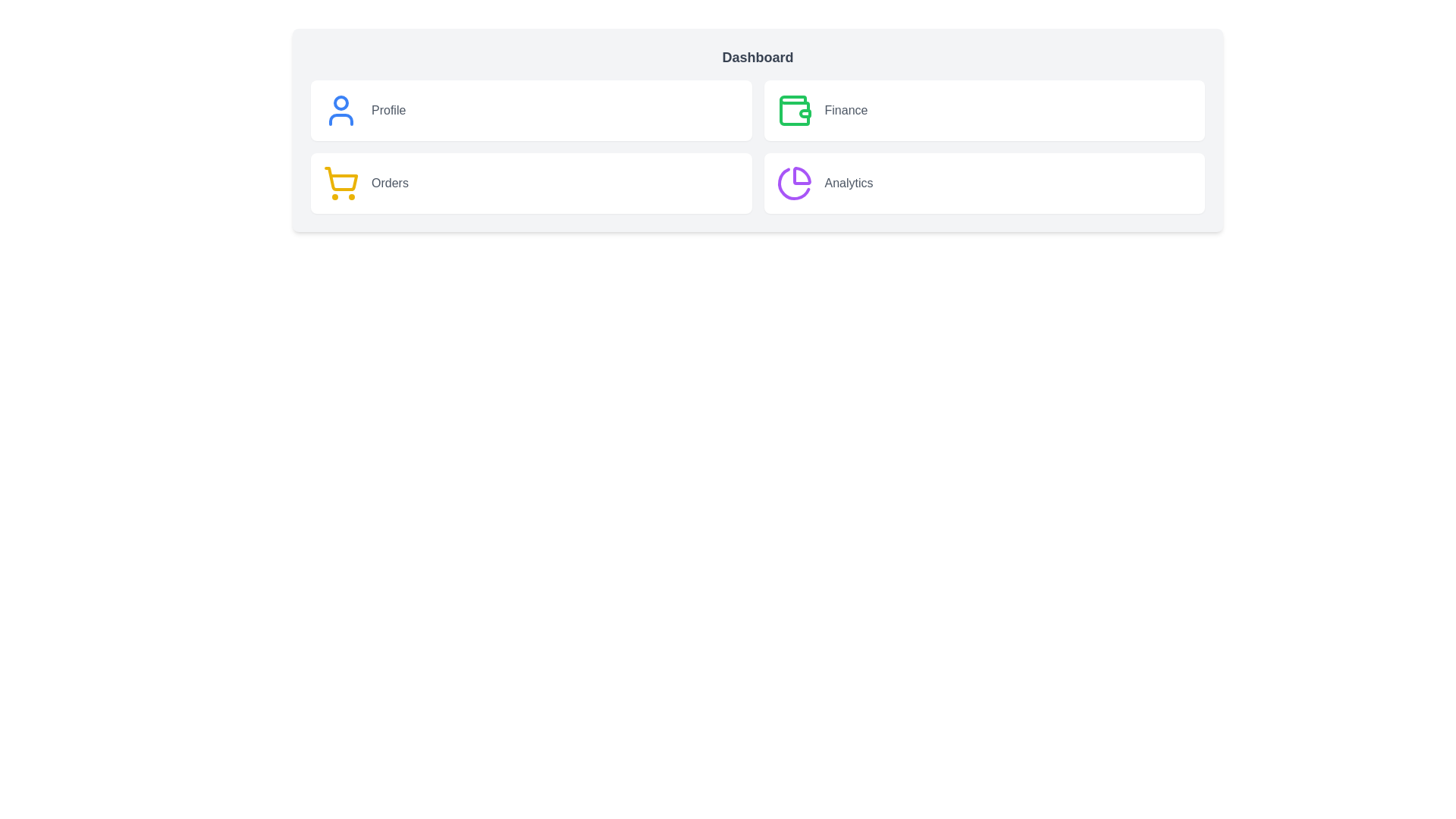 This screenshot has width=1456, height=819. Describe the element at coordinates (340, 102) in the screenshot. I see `the circular icon with a blue outline located at the top center of the user profile icon in the upper-left corner of the main dashboard area` at that location.